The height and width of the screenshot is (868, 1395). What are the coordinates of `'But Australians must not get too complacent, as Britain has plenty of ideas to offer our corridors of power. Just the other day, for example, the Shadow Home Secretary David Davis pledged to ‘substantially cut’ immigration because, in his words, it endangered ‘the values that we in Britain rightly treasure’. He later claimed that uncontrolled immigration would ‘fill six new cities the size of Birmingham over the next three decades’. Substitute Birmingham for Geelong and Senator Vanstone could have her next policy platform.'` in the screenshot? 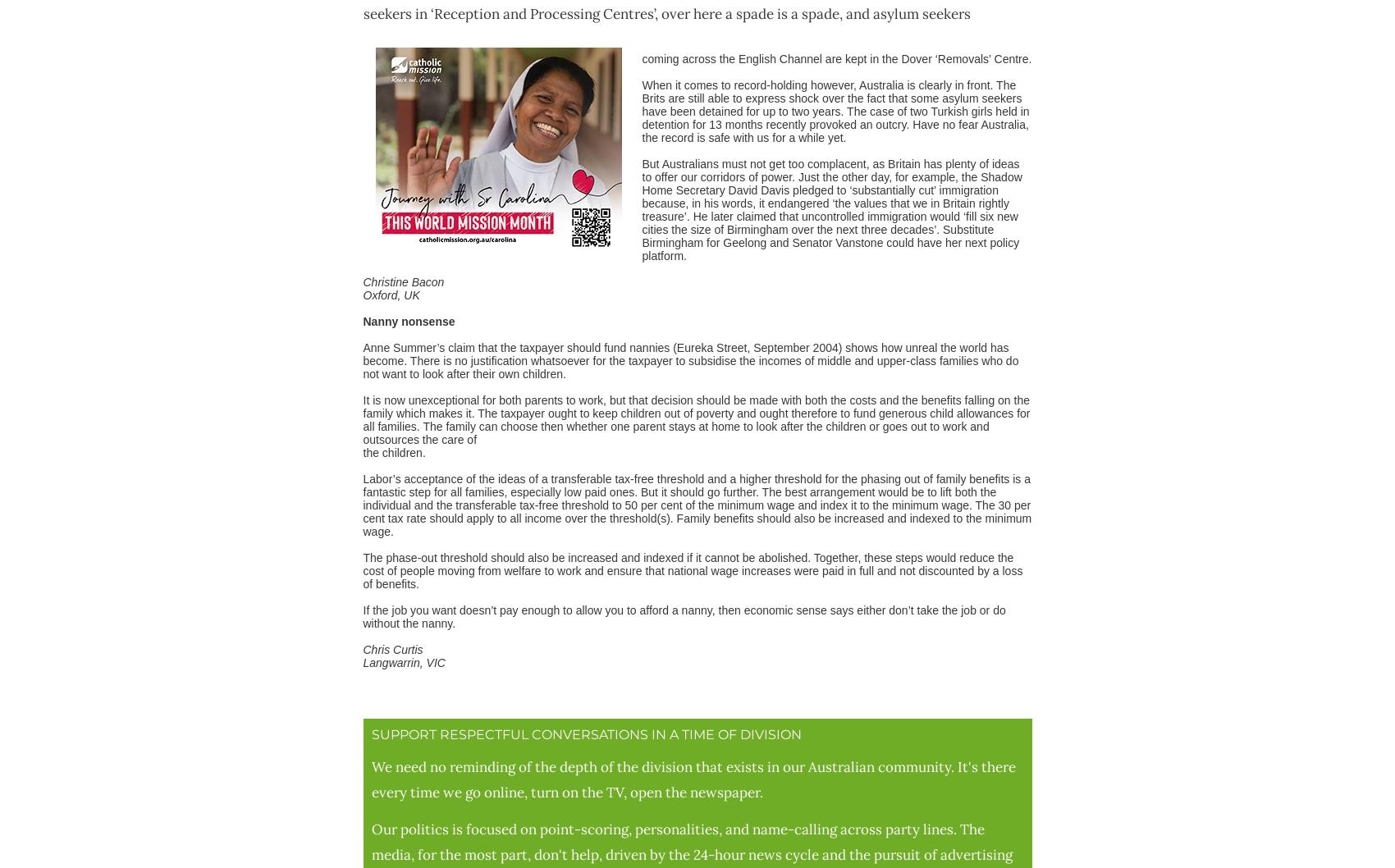 It's located at (830, 208).